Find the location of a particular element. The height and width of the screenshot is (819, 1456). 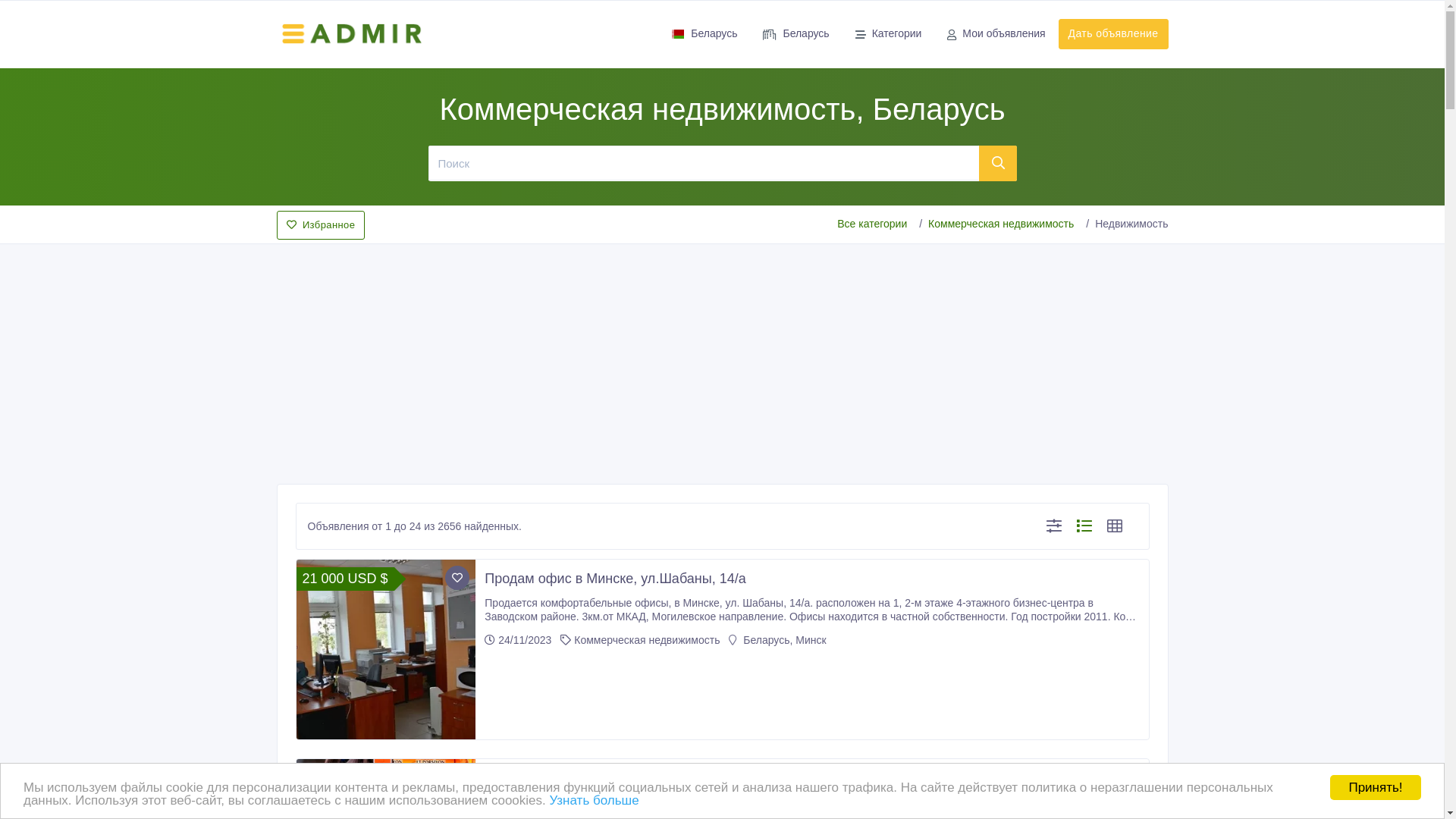

'Add to favorite' is located at coordinates (457, 578).